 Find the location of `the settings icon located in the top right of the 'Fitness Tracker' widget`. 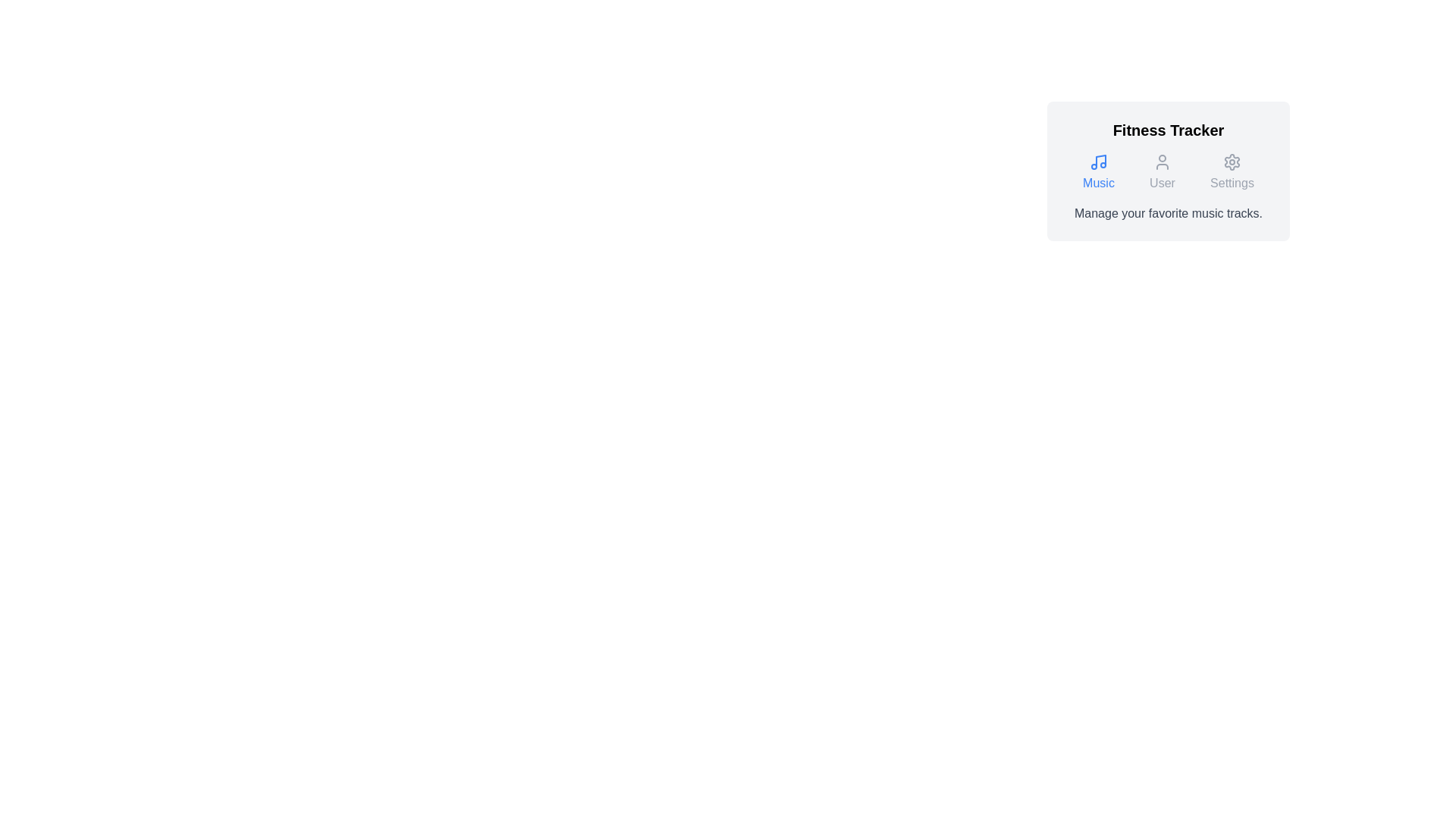

the settings icon located in the top right of the 'Fitness Tracker' widget is located at coordinates (1232, 162).